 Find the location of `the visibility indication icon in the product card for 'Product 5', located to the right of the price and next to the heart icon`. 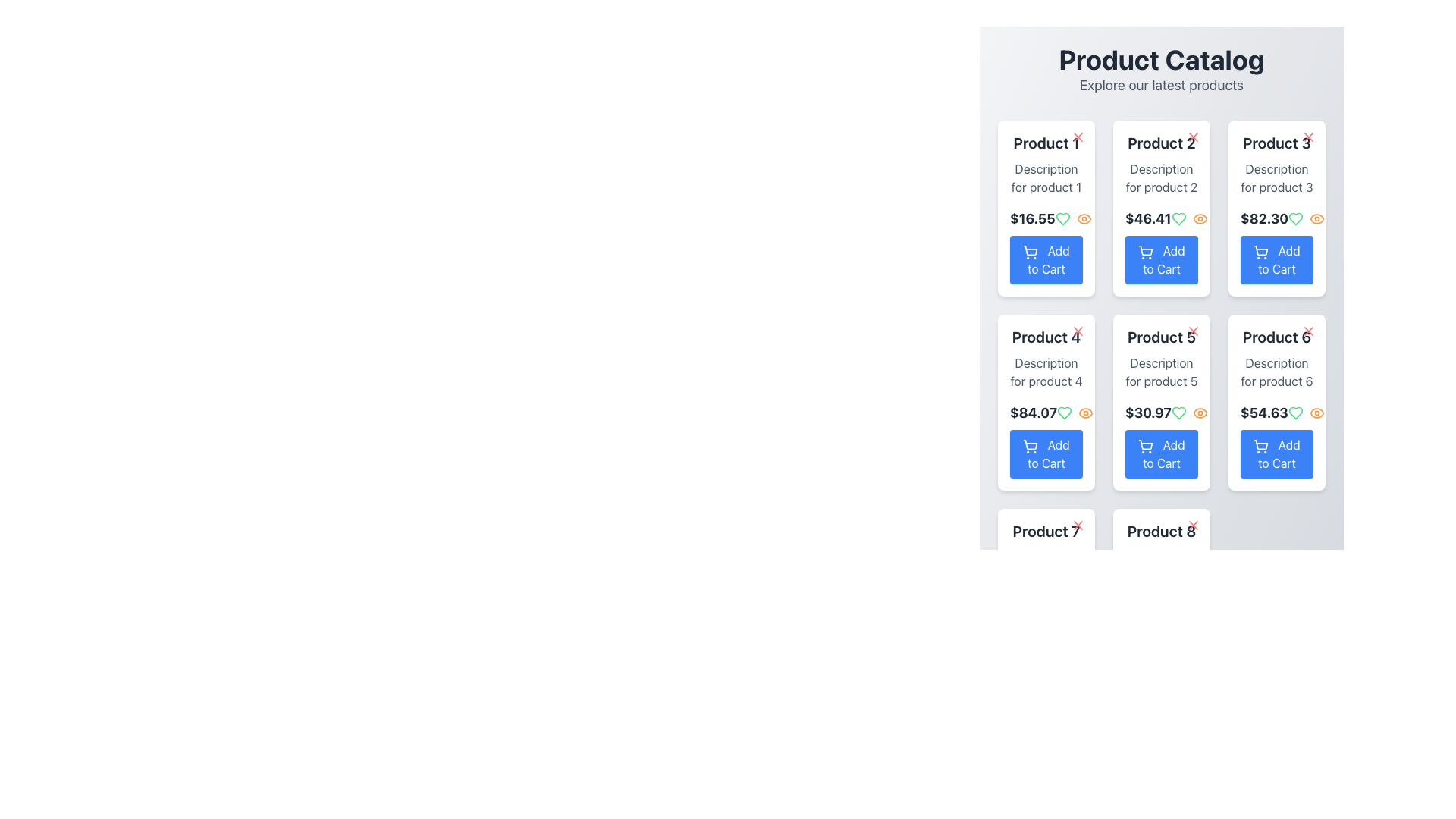

the visibility indication icon in the product card for 'Product 5', located to the right of the price and next to the heart icon is located at coordinates (1200, 413).